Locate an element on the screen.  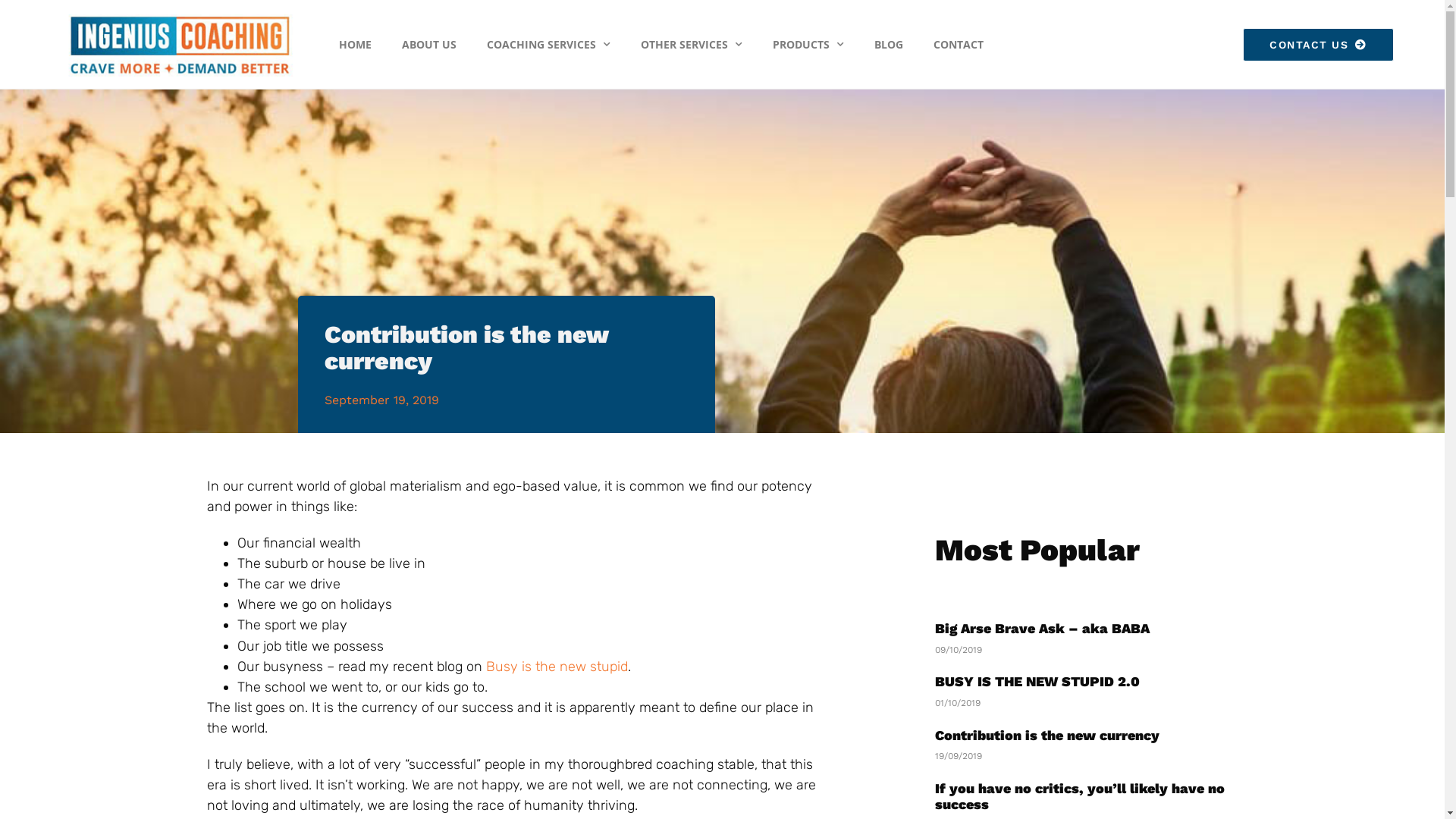
'HOME' is located at coordinates (354, 43).